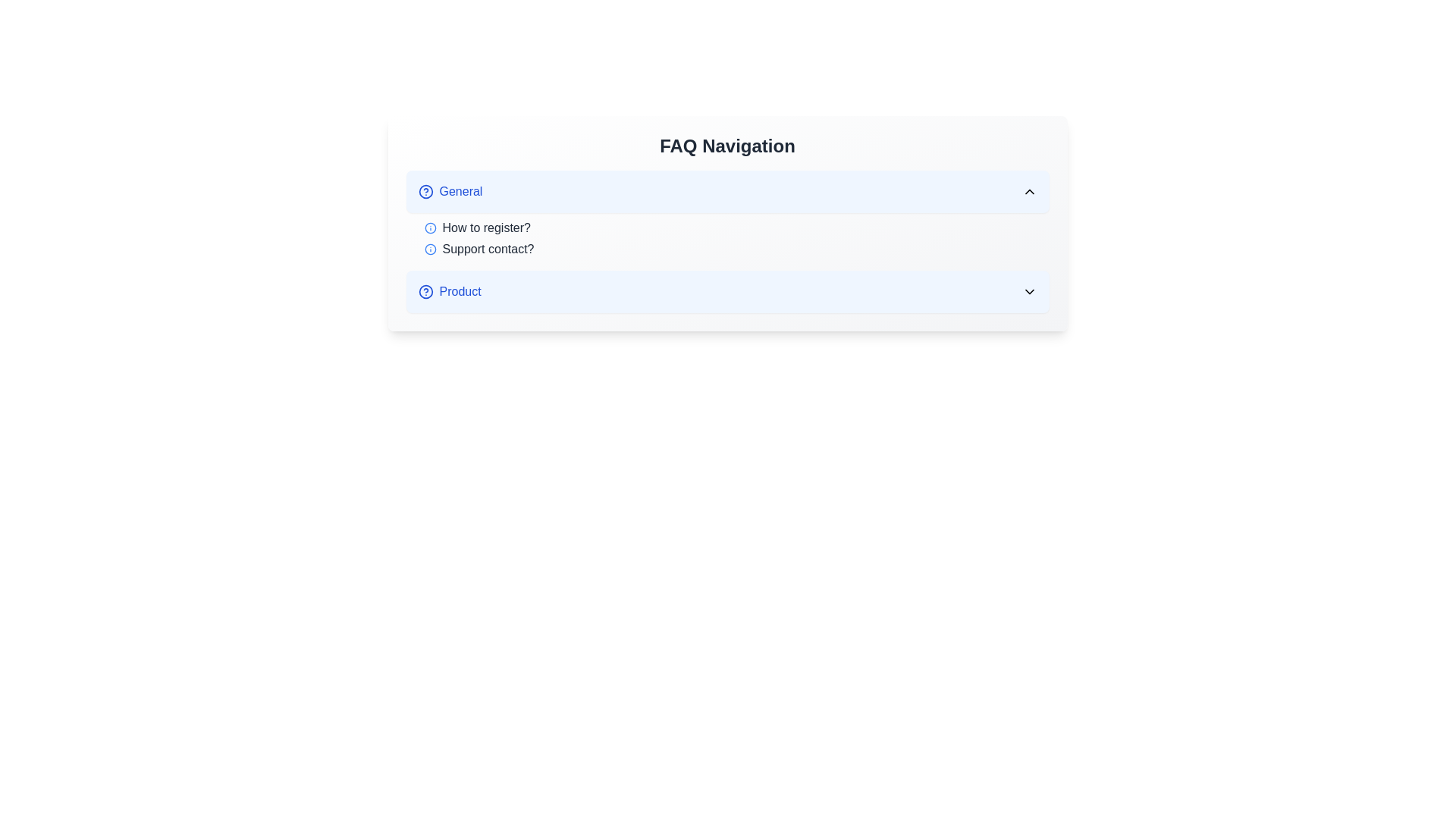 Image resolution: width=1456 pixels, height=819 pixels. Describe the element at coordinates (486, 227) in the screenshot. I see `the text hyperlink labeled 'How to register?' located in the FAQ navigation interface, positioned to the right of a small blue question mark icon` at that location.